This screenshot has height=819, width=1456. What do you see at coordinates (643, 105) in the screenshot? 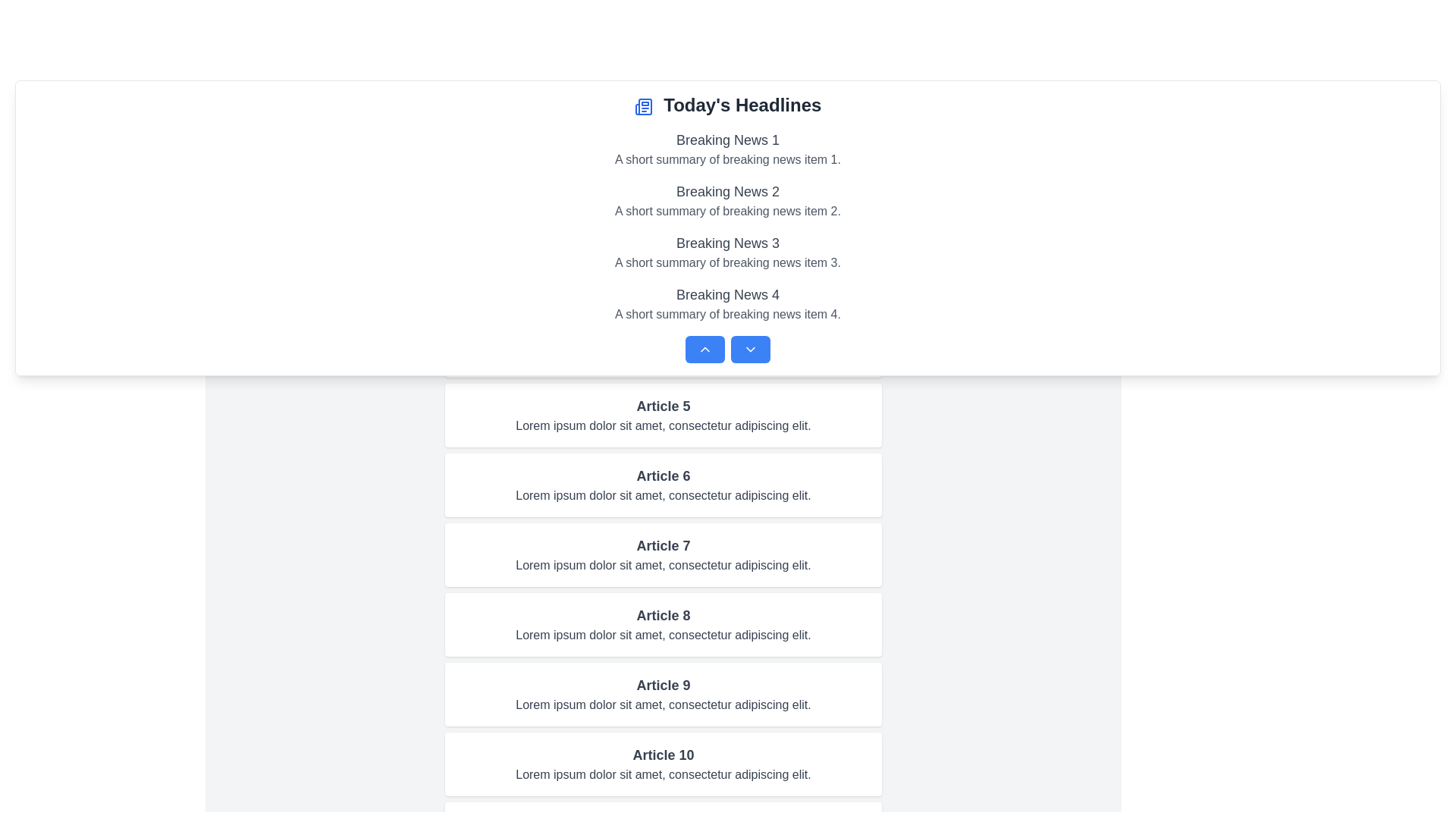
I see `the newspaper icon located in the header section, which is styled with a blue color scheme and positioned next to the text 'Today's Headlines'` at bounding box center [643, 105].